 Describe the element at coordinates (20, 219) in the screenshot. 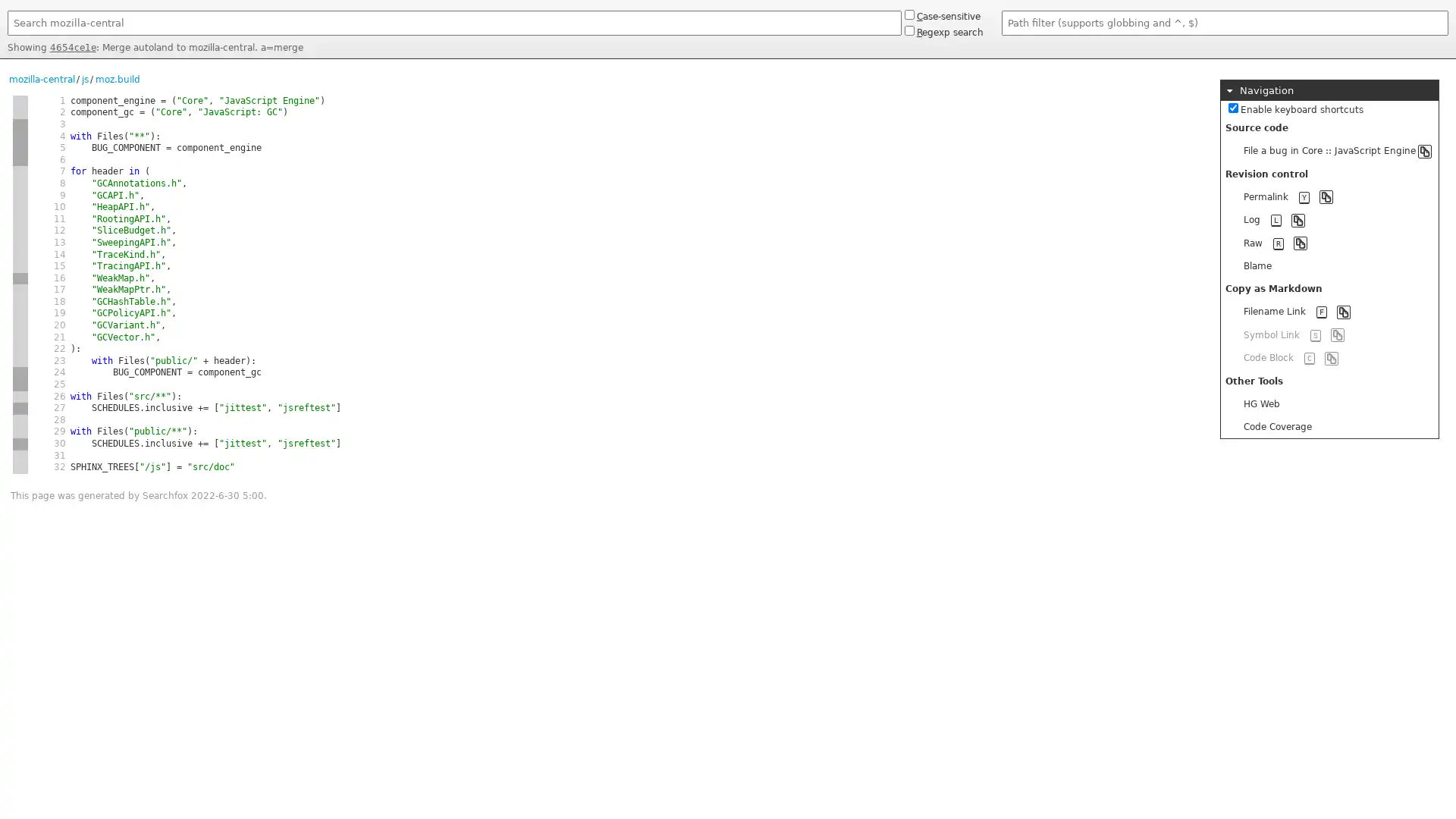

I see `same hash 1` at that location.